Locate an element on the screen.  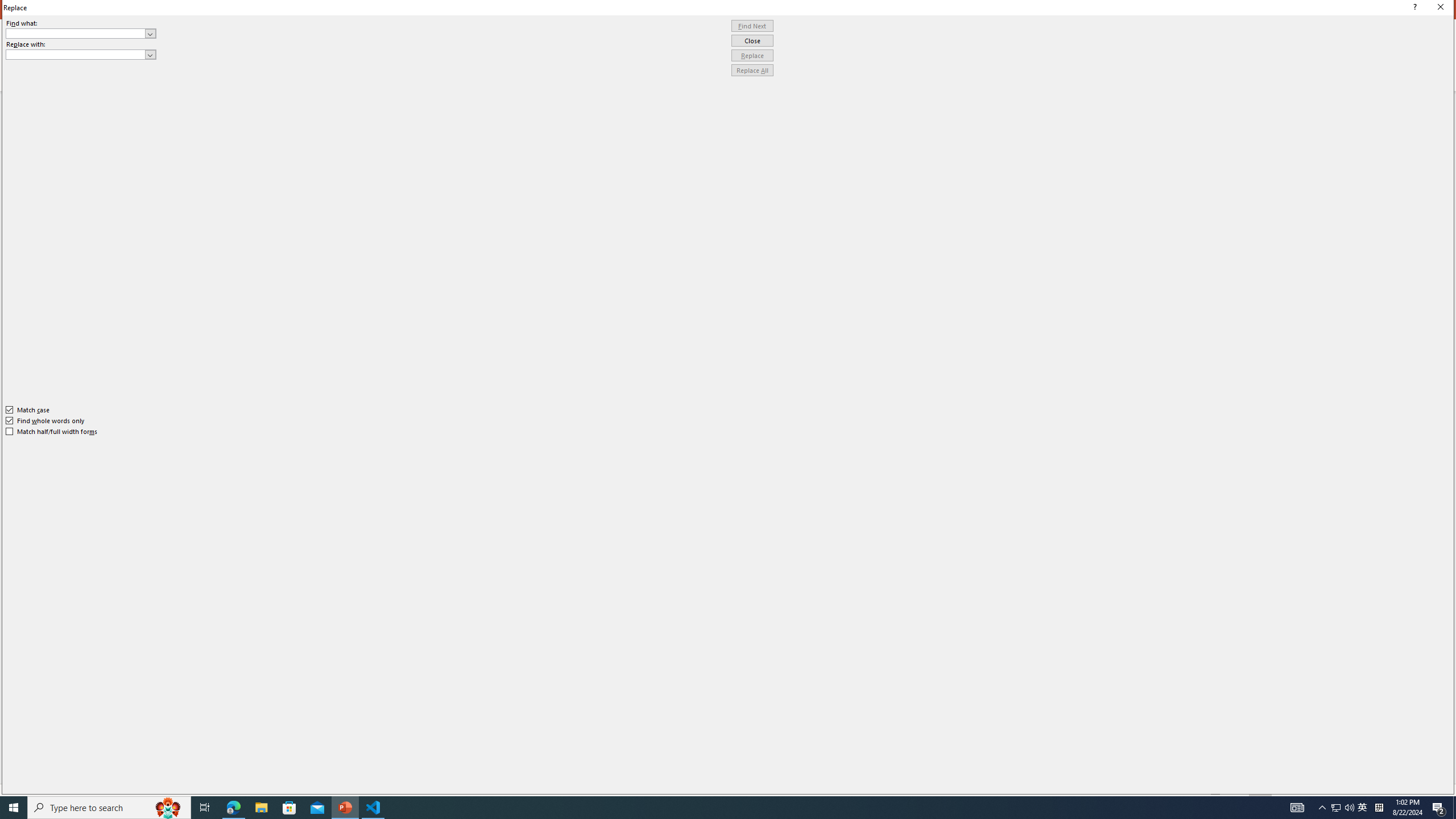
'Find what' is located at coordinates (81, 33).